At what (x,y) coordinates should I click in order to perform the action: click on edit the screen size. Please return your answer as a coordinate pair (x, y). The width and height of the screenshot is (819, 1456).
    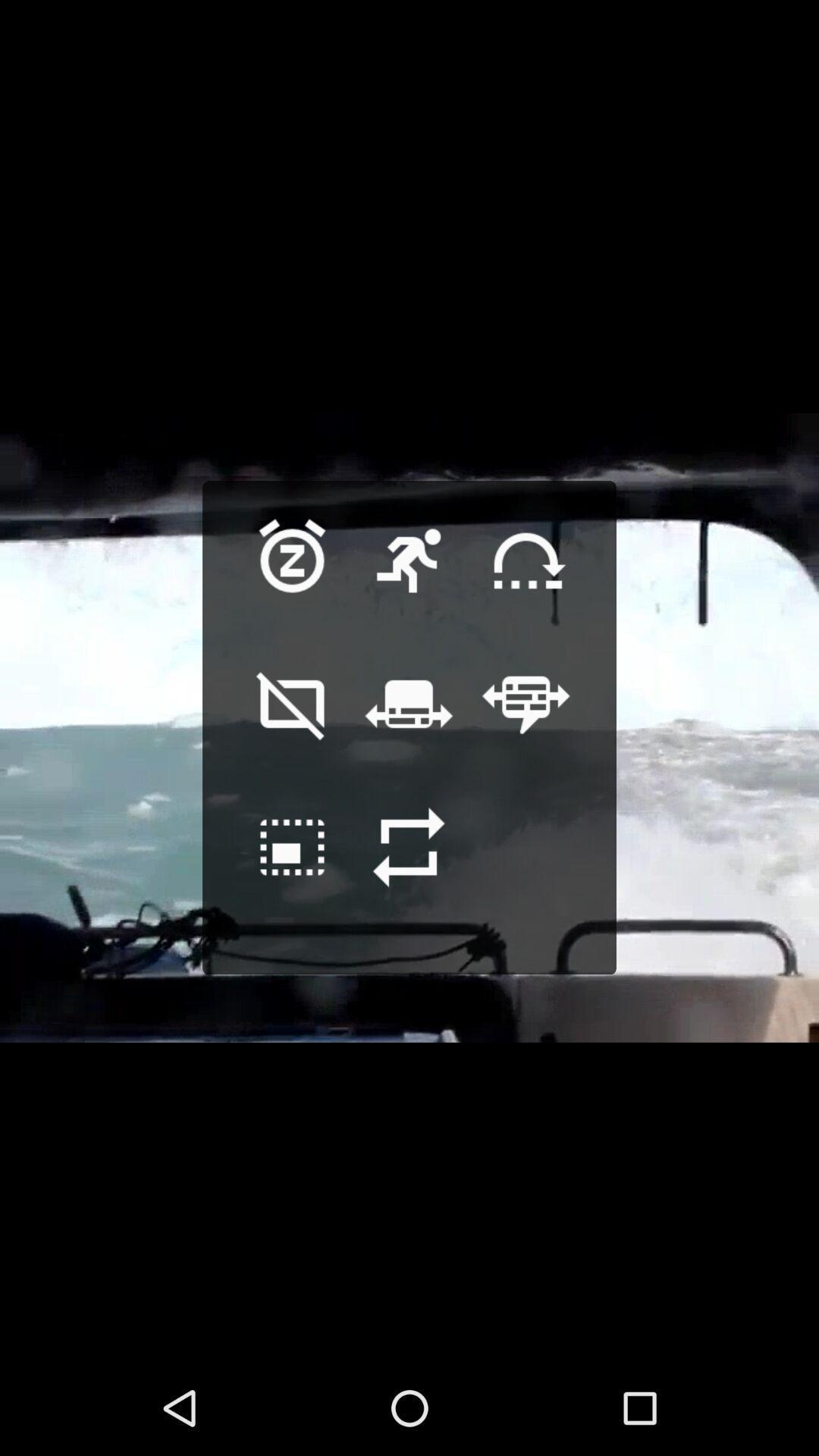
    Looking at the image, I should click on (292, 871).